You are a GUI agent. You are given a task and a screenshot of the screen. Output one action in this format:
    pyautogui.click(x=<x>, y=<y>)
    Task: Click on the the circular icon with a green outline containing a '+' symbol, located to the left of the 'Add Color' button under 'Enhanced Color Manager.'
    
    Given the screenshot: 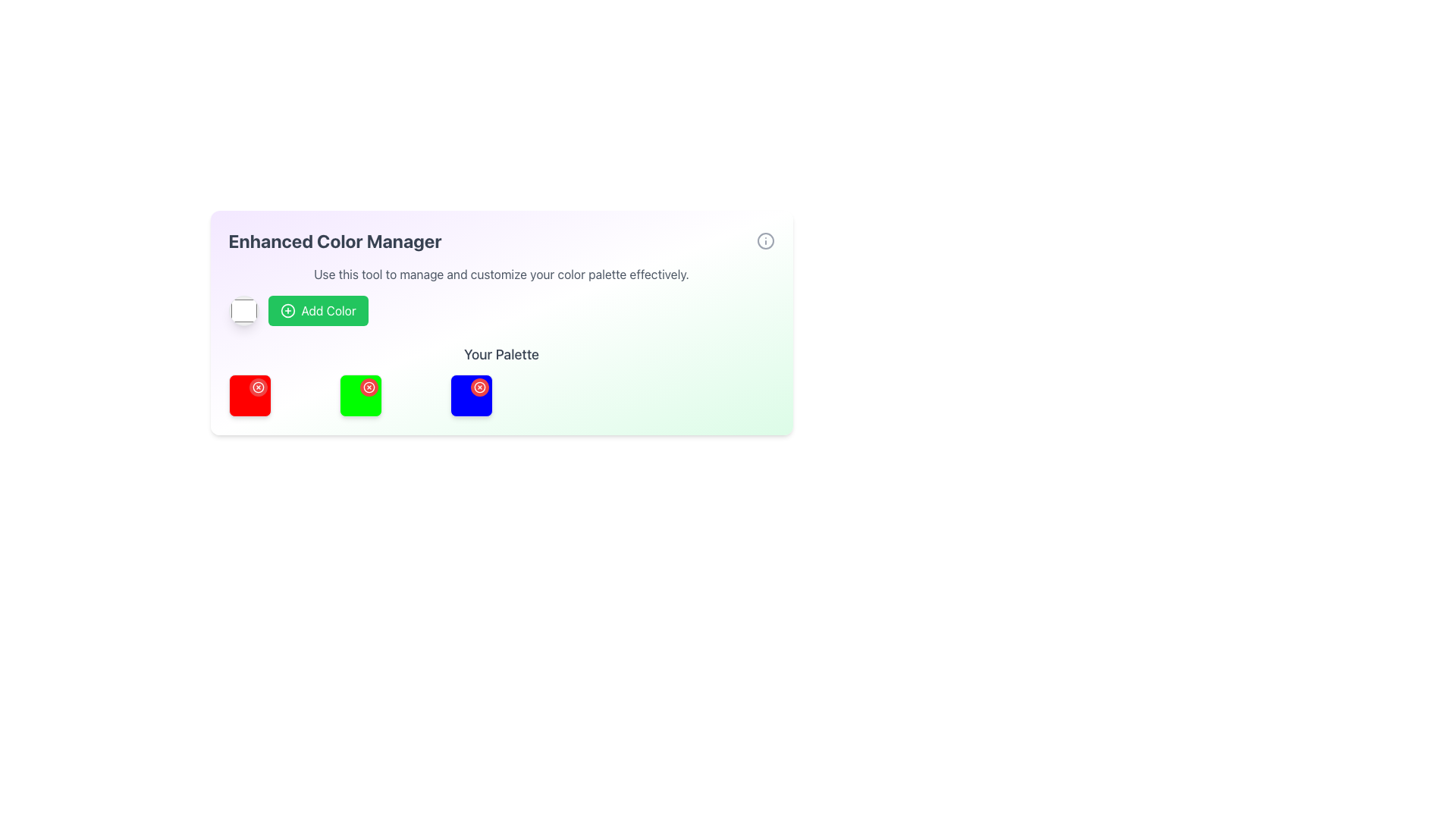 What is the action you would take?
    pyautogui.click(x=287, y=309)
    